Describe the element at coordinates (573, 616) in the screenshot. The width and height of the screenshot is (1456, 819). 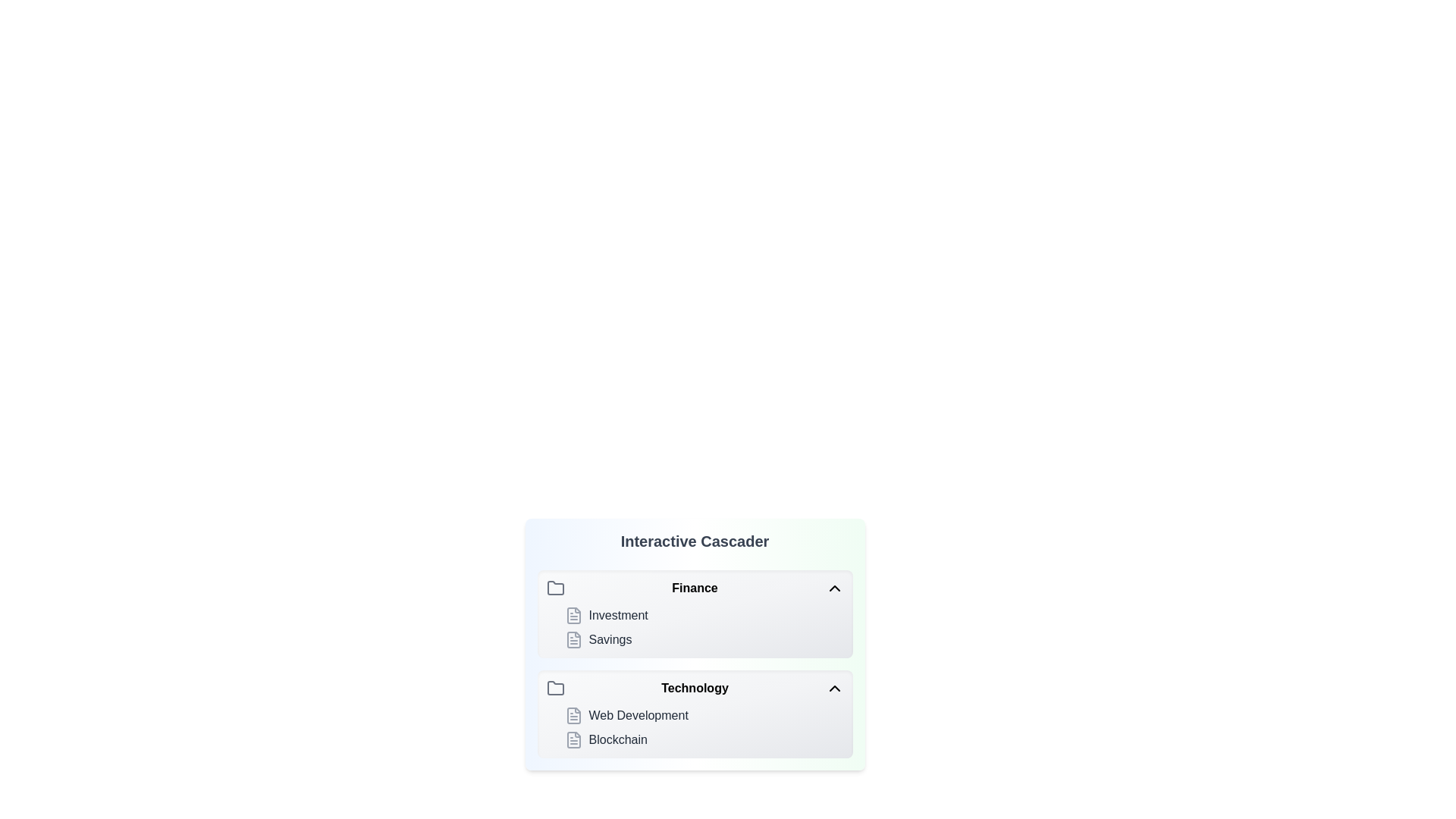
I see `the light gray document icon located to the left of the 'Investment' label in the Finance section of the Interactive Cascader interface` at that location.